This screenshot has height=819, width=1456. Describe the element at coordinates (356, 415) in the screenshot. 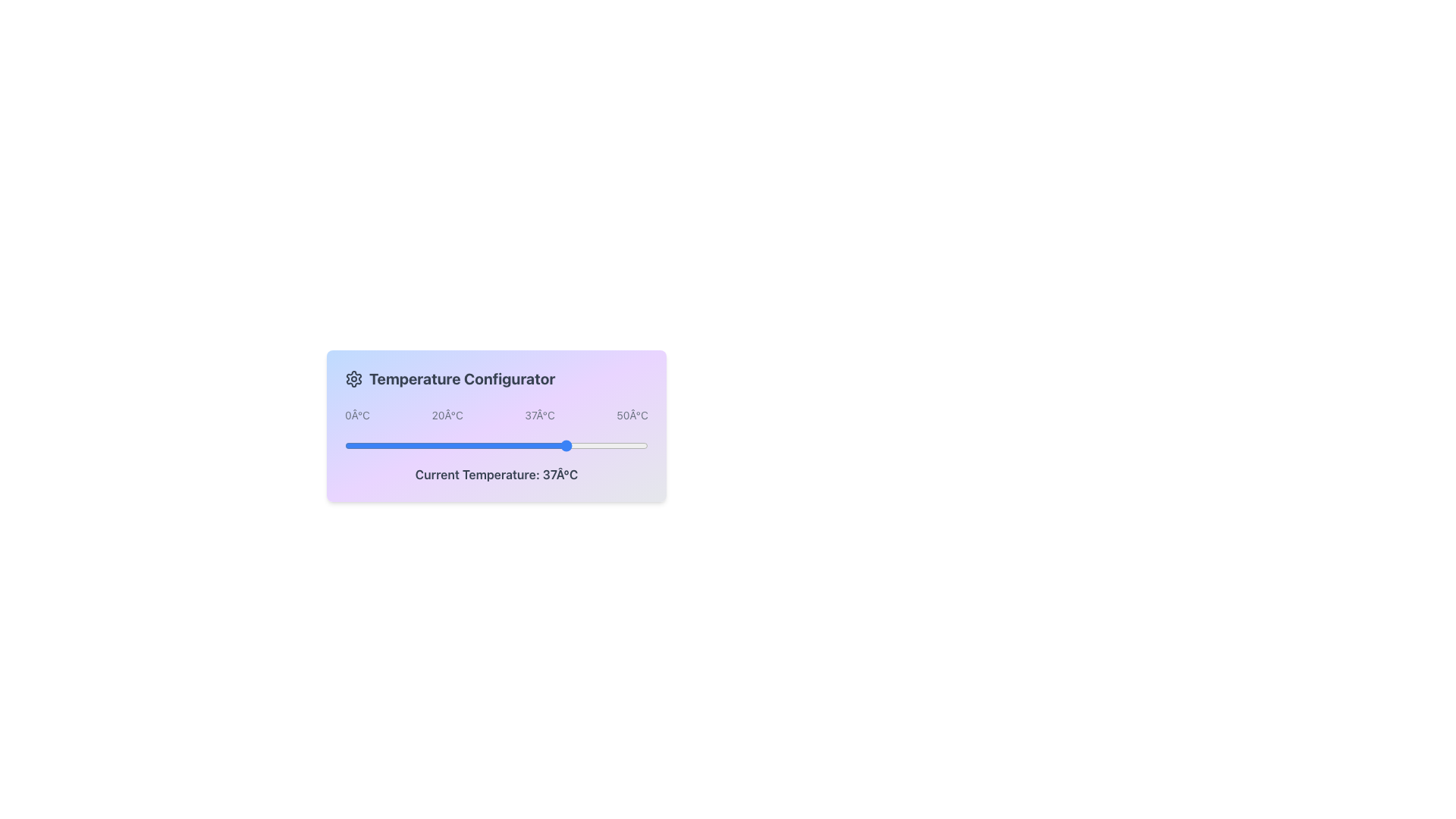

I see `the static text label displaying '0°C', which is the leftmost label in the temperature range group above the slider in the temperature configurator interface` at that location.